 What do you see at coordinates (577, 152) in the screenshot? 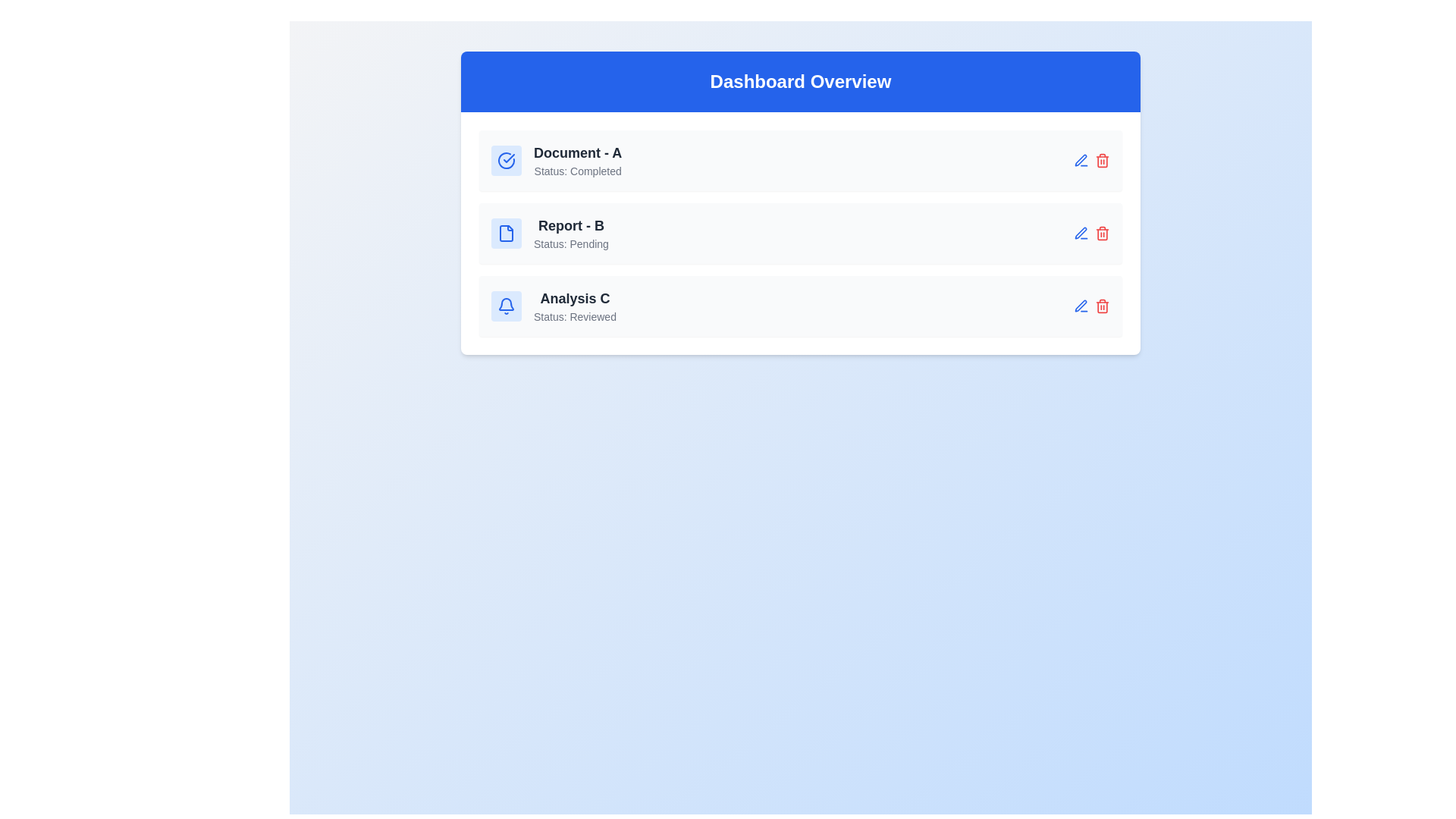
I see `the label displaying the text 'Document - A' which is styled in bold with a dark gray color, positioned at the top-left of a list item` at bounding box center [577, 152].